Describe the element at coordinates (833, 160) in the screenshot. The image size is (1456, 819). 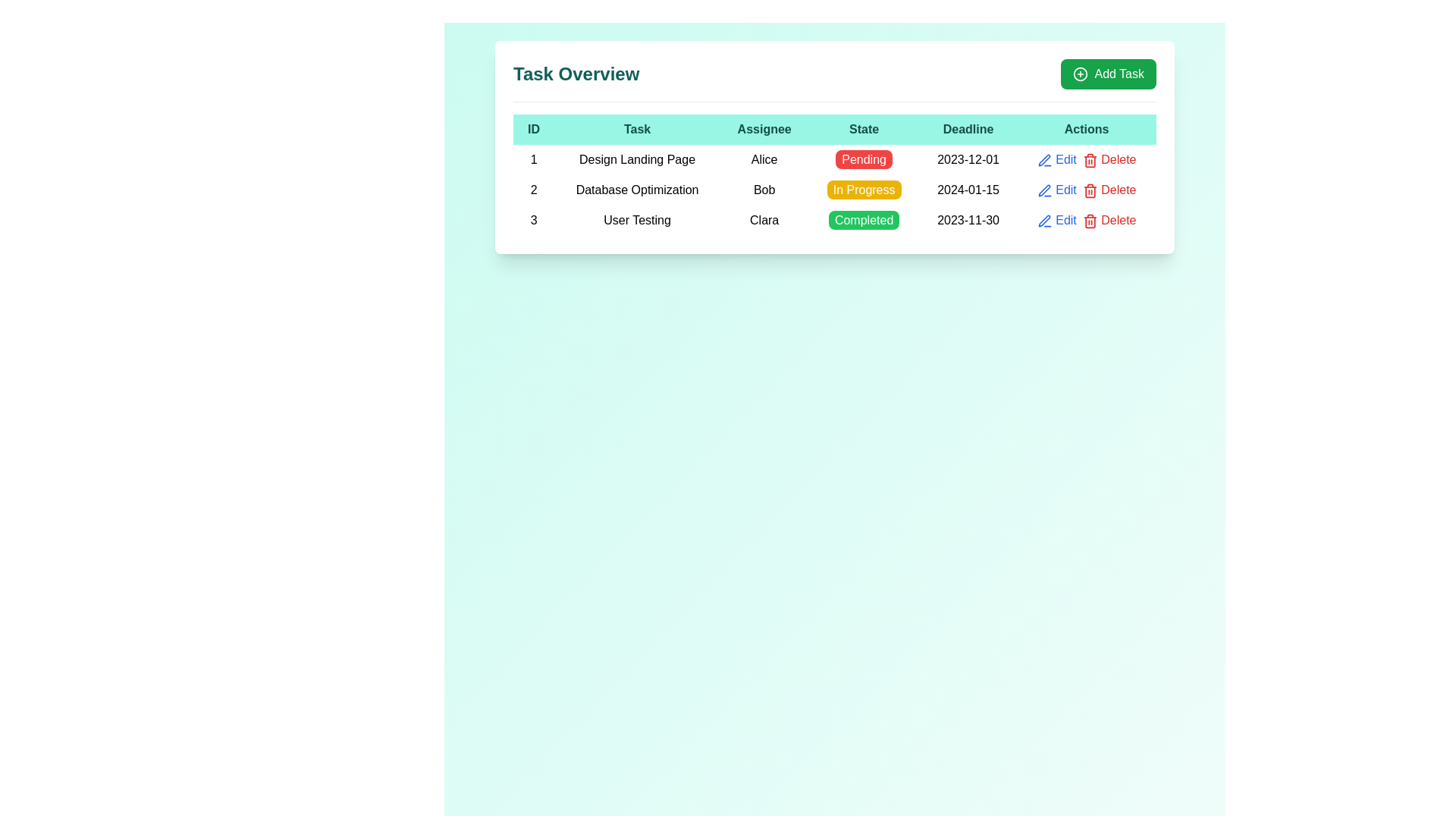
I see `the 'Pending' status label in the first row of the 'Task Overview' table, which allows the user to track task state` at that location.